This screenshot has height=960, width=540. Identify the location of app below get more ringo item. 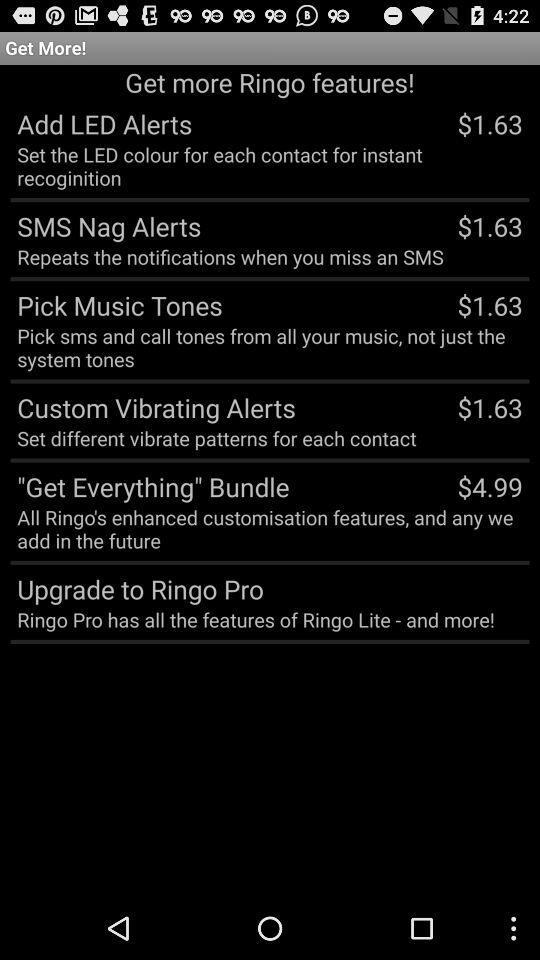
(100, 122).